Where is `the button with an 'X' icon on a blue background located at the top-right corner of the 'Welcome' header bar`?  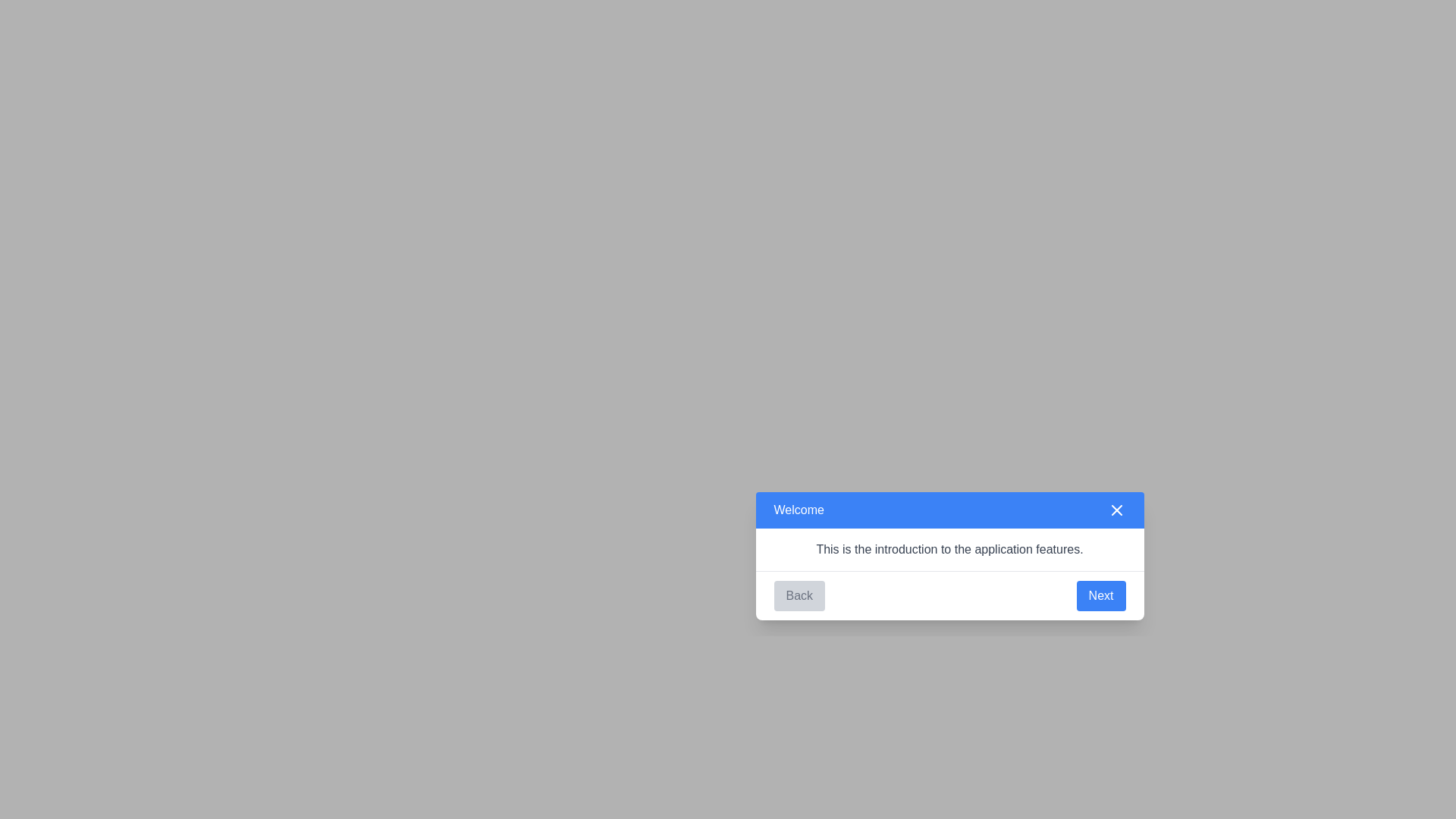 the button with an 'X' icon on a blue background located at the top-right corner of the 'Welcome' header bar is located at coordinates (1116, 510).